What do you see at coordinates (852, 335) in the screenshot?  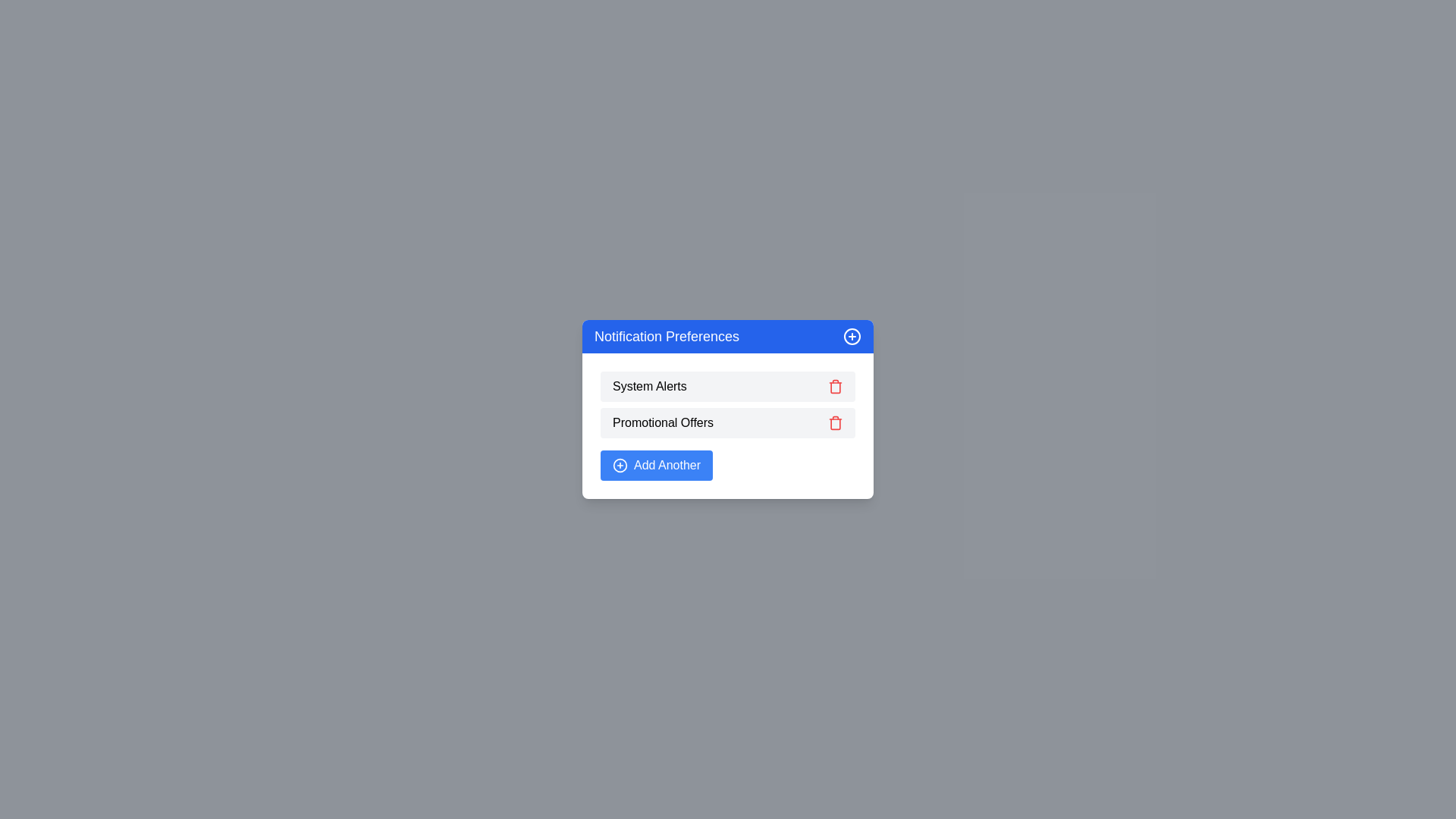 I see `the icon in the top-right corner of the notification preferences panel` at bounding box center [852, 335].